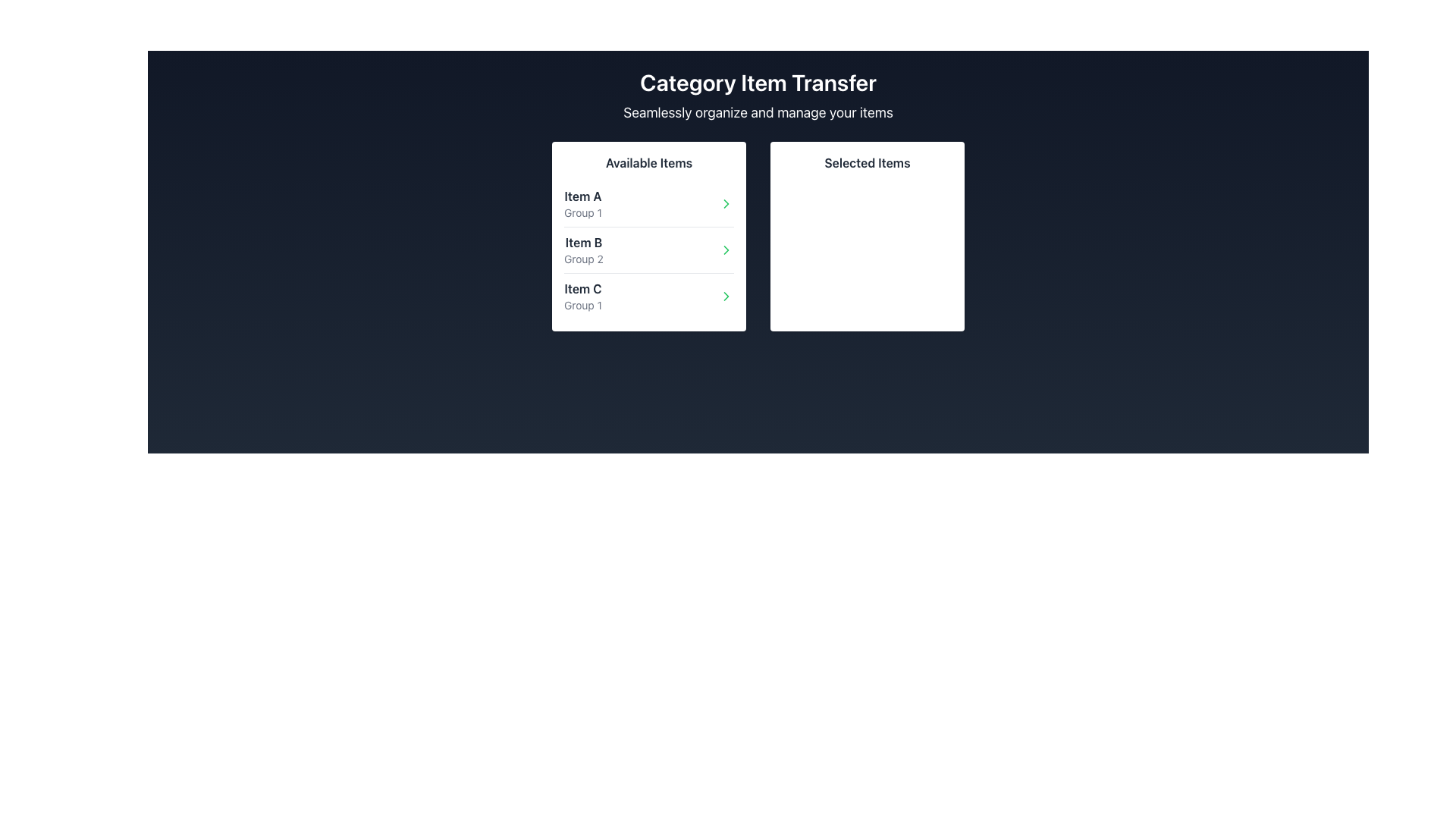 This screenshot has height=819, width=1456. What do you see at coordinates (648, 163) in the screenshot?
I see `the bold, centered text label 'Available Items', which stands out as a section header with a larger font size and darker color against a light background` at bounding box center [648, 163].